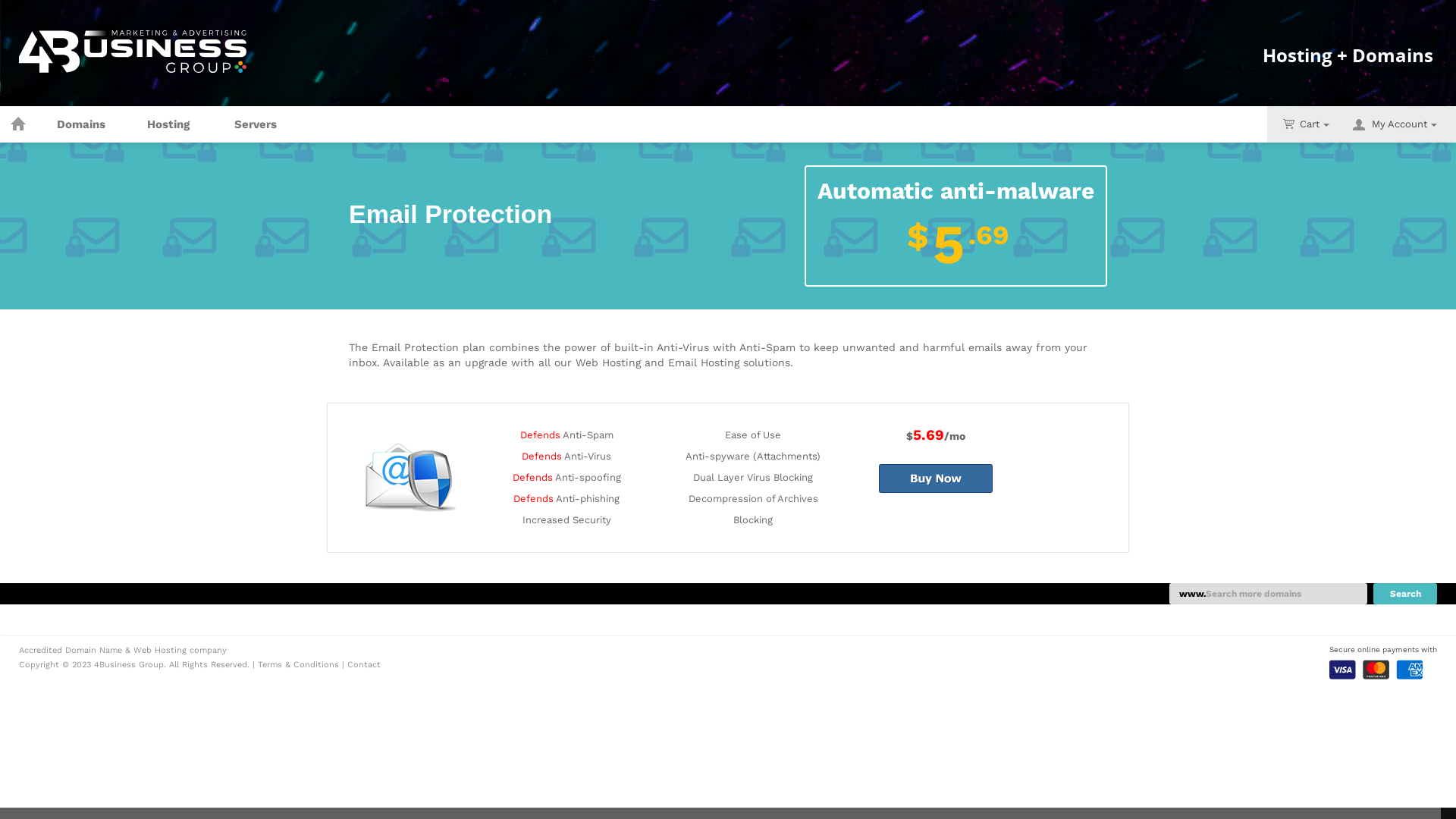 The height and width of the screenshot is (819, 1456). What do you see at coordinates (298, 664) in the screenshot?
I see `'Terms & Conditions'` at bounding box center [298, 664].